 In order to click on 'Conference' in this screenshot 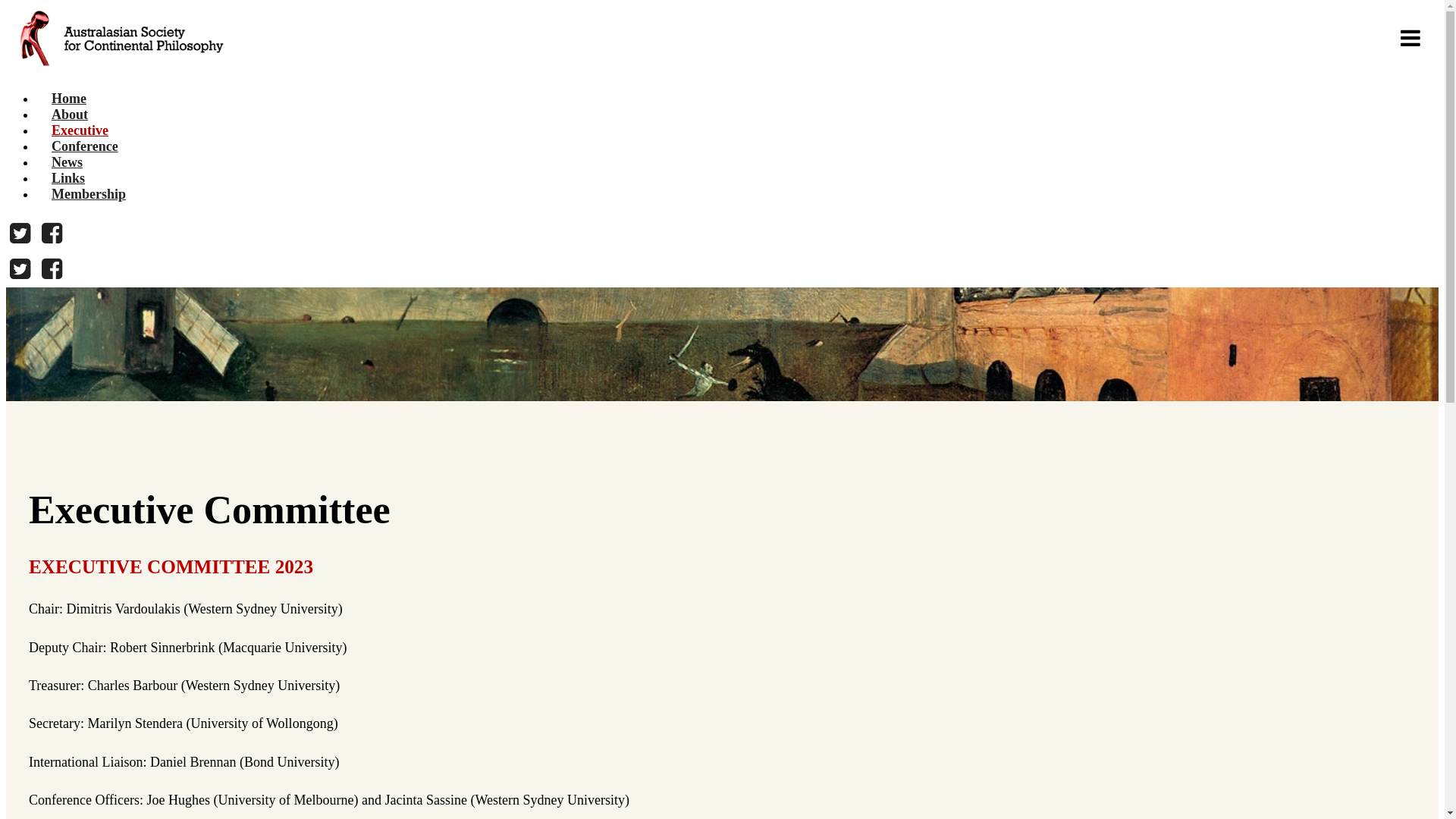, I will do `click(83, 146)`.